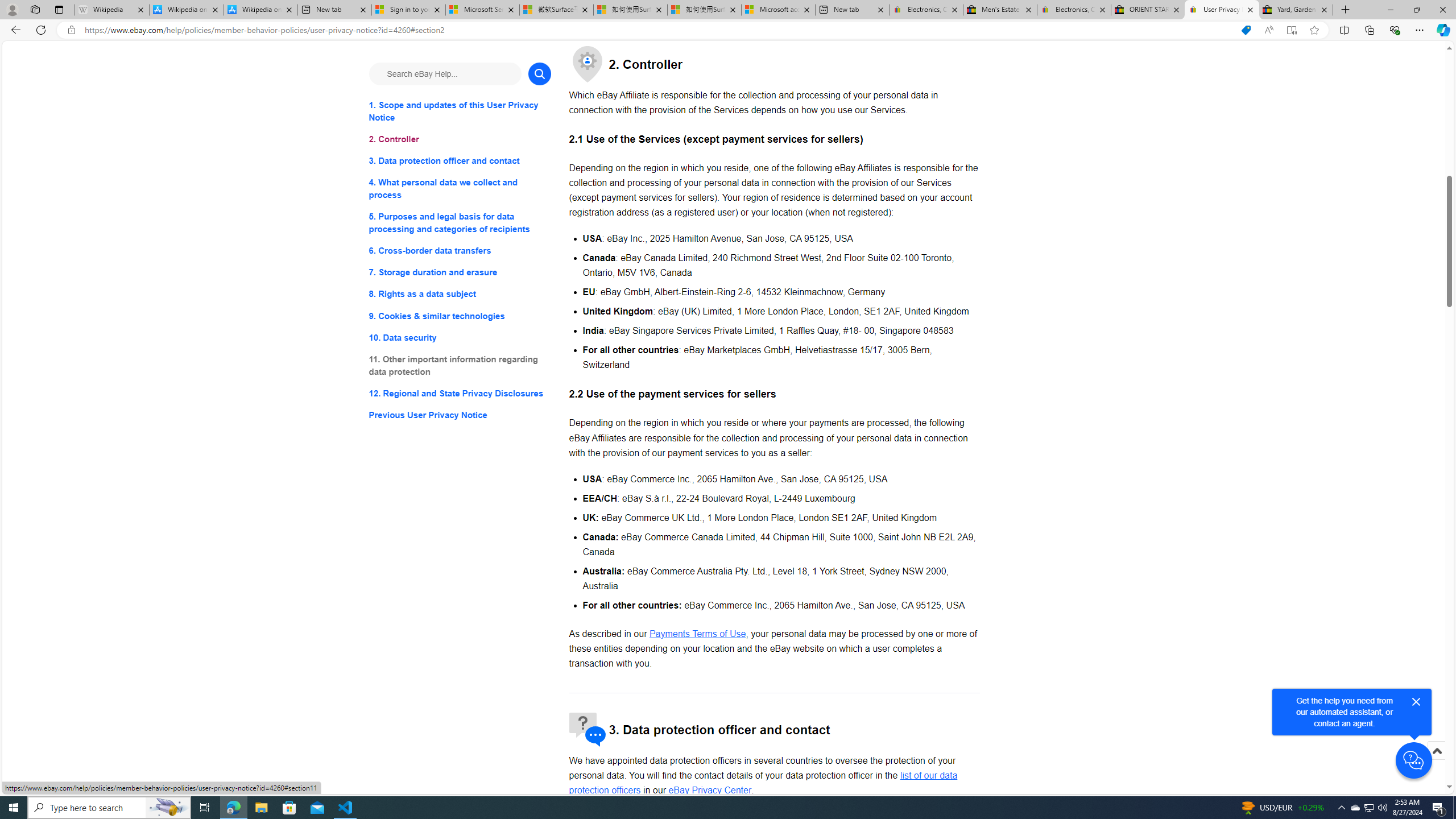  What do you see at coordinates (459, 365) in the screenshot?
I see `'11. Other important information regarding data protection'` at bounding box center [459, 365].